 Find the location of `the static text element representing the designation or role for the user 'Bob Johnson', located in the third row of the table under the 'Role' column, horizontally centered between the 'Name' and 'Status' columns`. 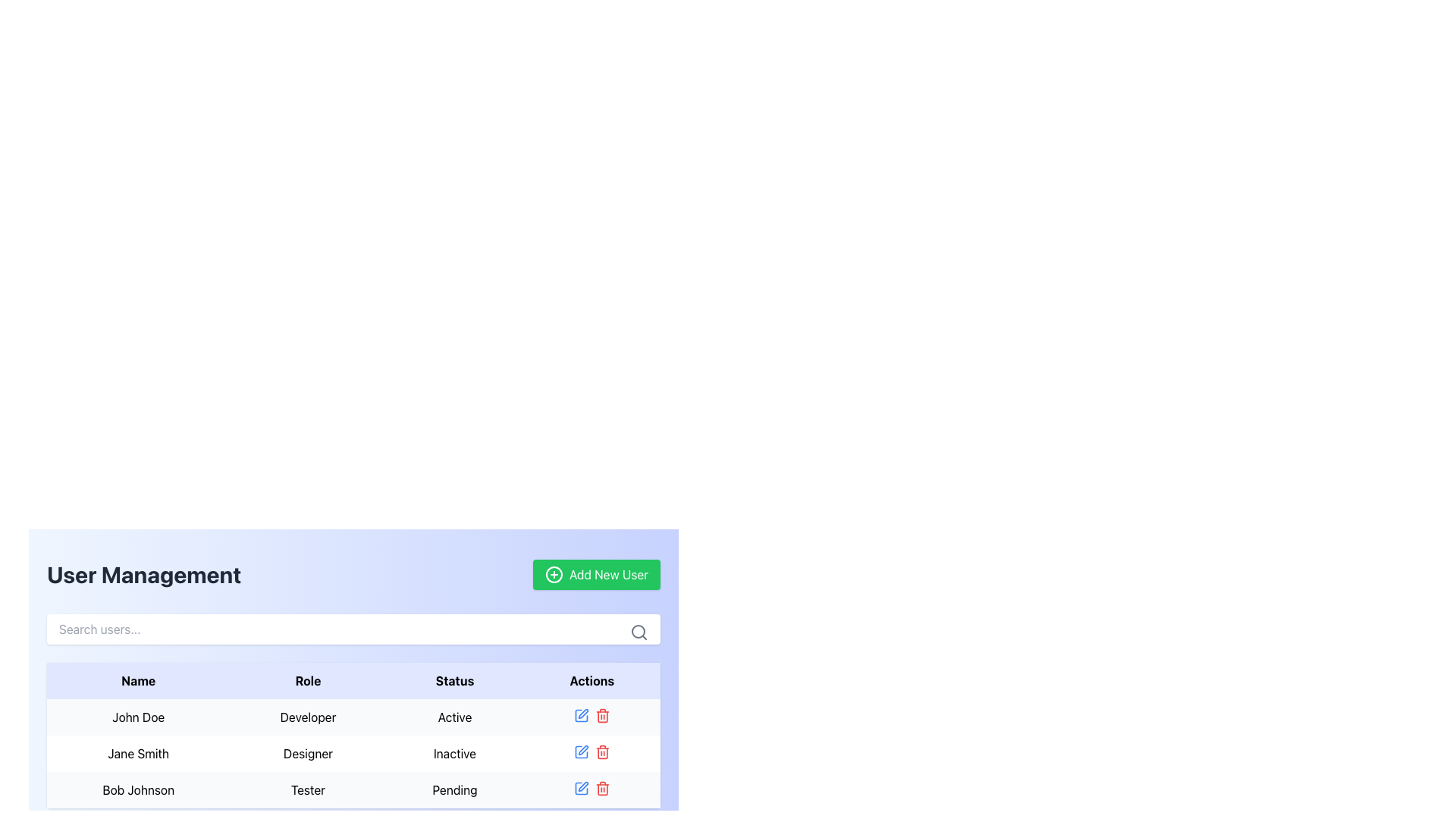

the static text element representing the designation or role for the user 'Bob Johnson', located in the third row of the table under the 'Role' column, horizontally centered between the 'Name' and 'Status' columns is located at coordinates (307, 789).